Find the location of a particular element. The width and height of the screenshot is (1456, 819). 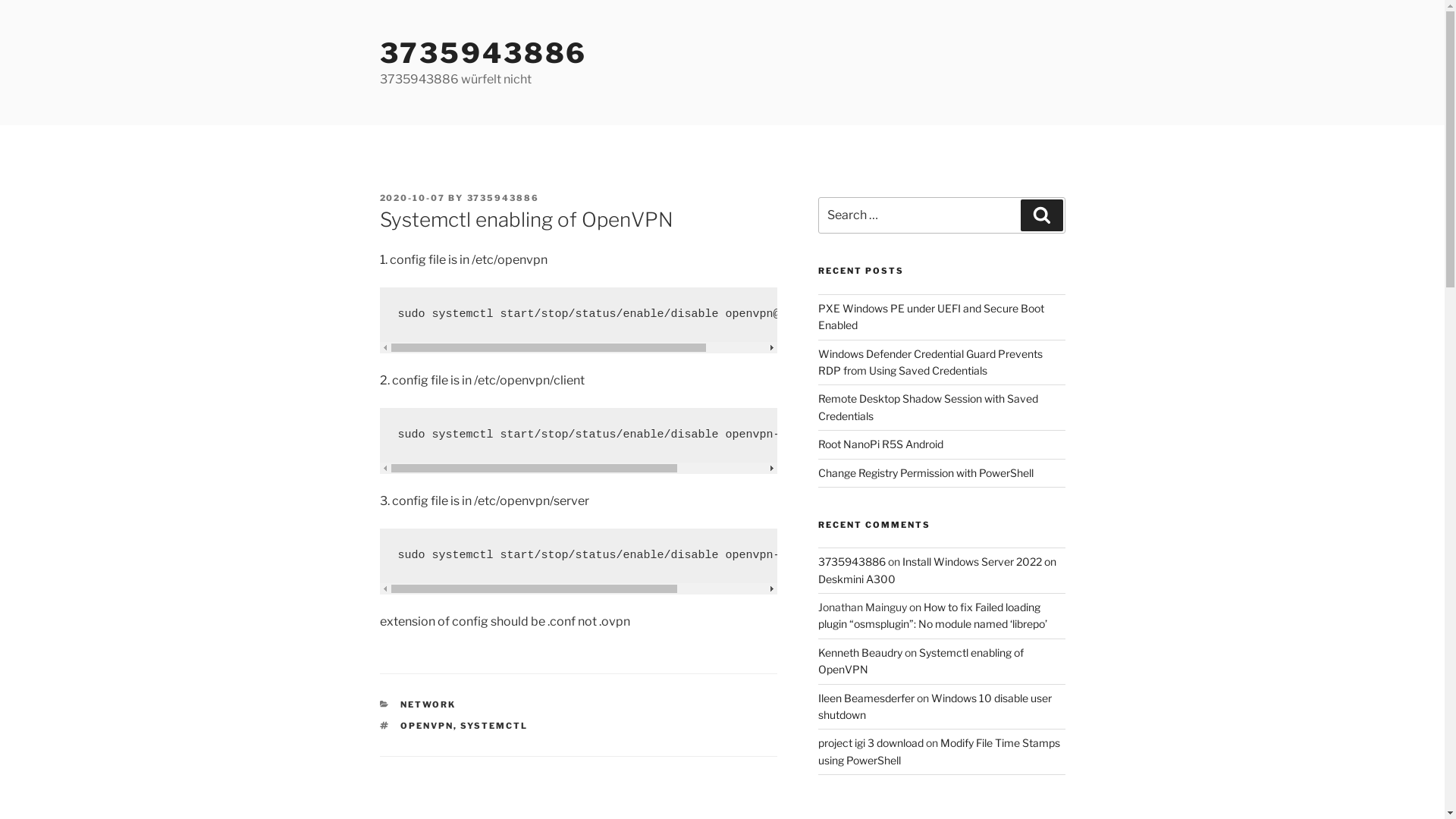

'Systemctl enabling of OpenVPN' is located at coordinates (817, 660).